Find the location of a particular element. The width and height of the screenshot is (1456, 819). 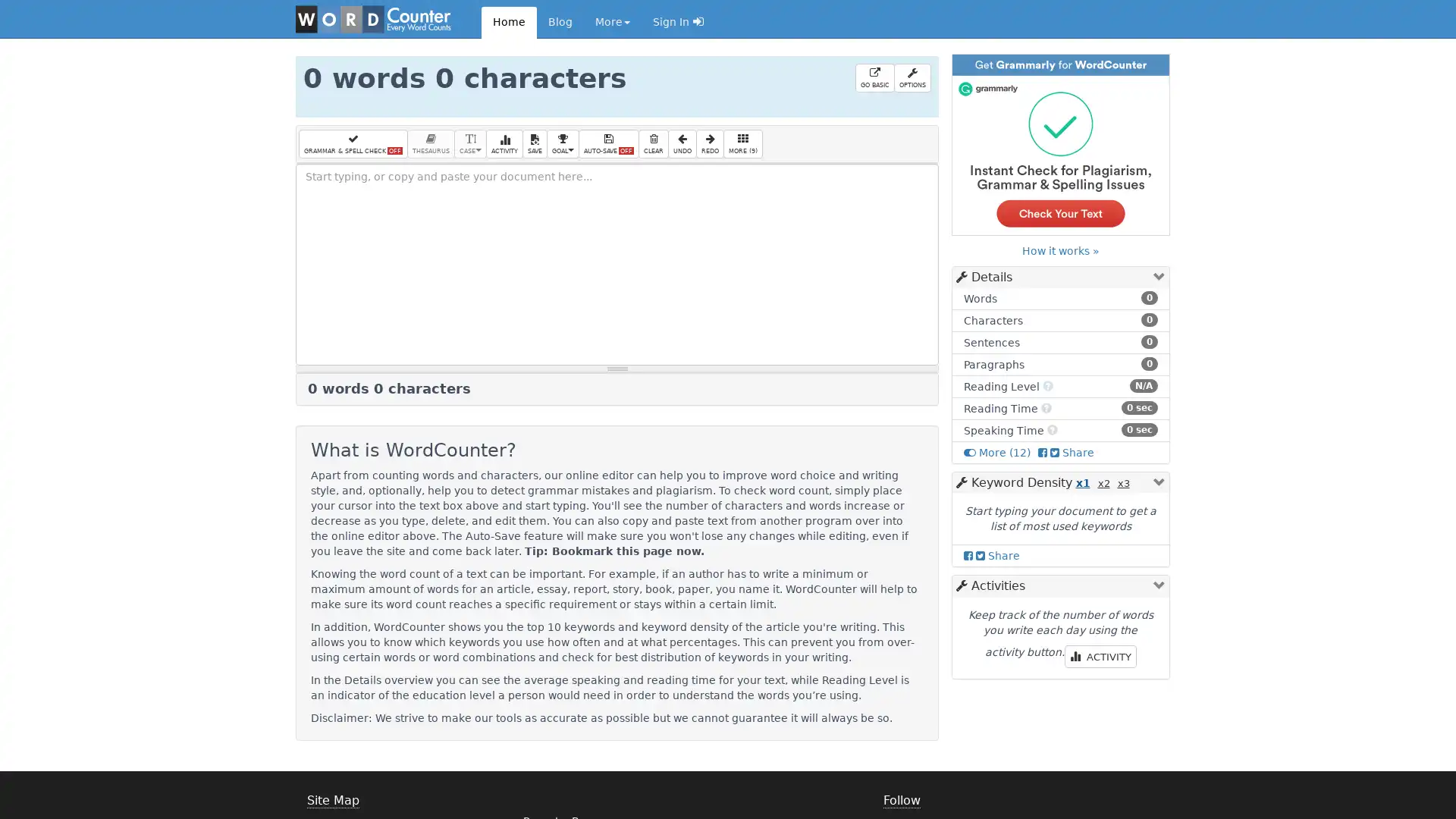

REDO is located at coordinates (709, 143).